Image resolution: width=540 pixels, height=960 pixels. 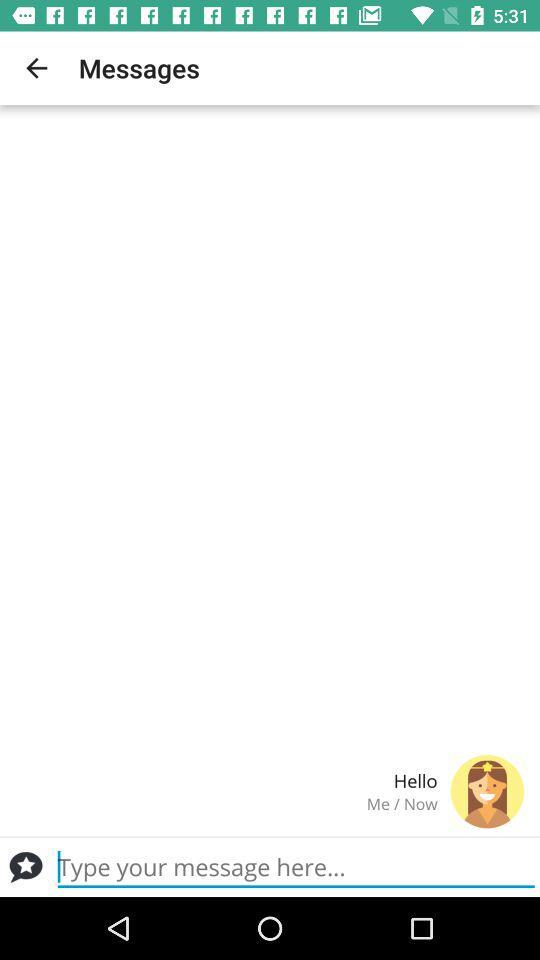 What do you see at coordinates (295, 866) in the screenshot?
I see `message text box` at bounding box center [295, 866].